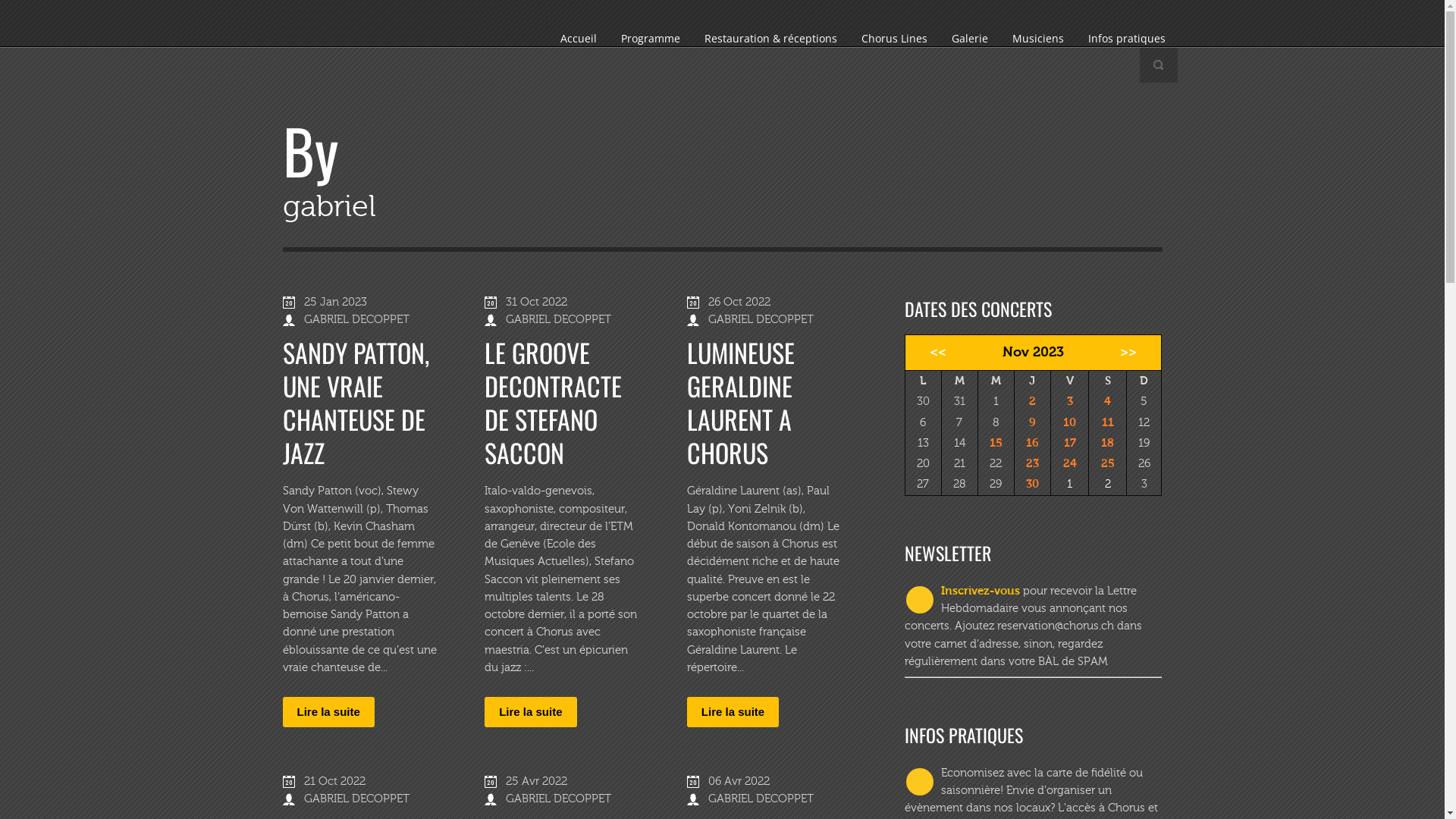  I want to click on '>>', so click(1133, 353).